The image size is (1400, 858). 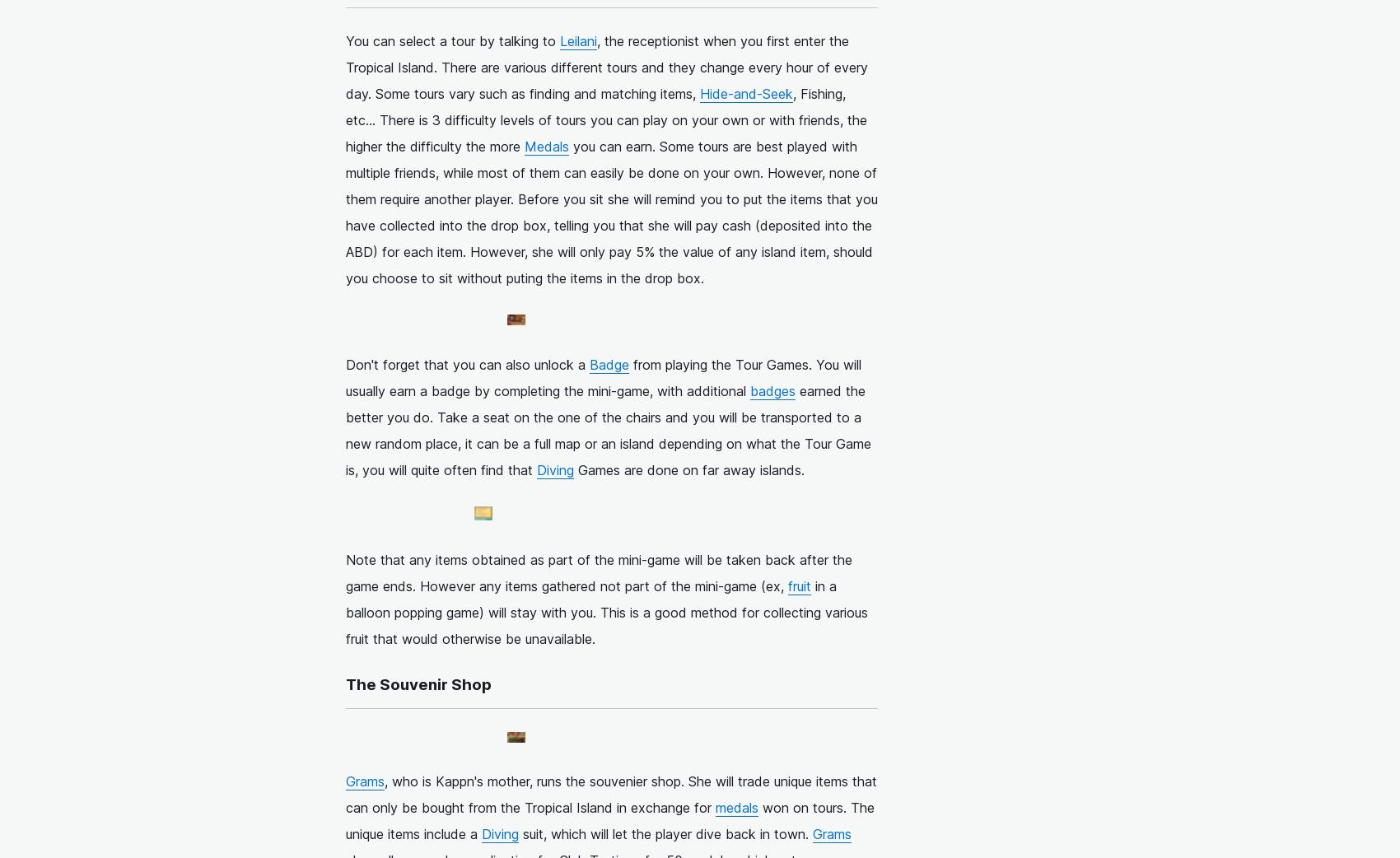 I want to click on 'in a balloon popping game) will stay with you. This is a good method for collecting various fruit that would otherwise be unavailable.', so click(x=606, y=611).